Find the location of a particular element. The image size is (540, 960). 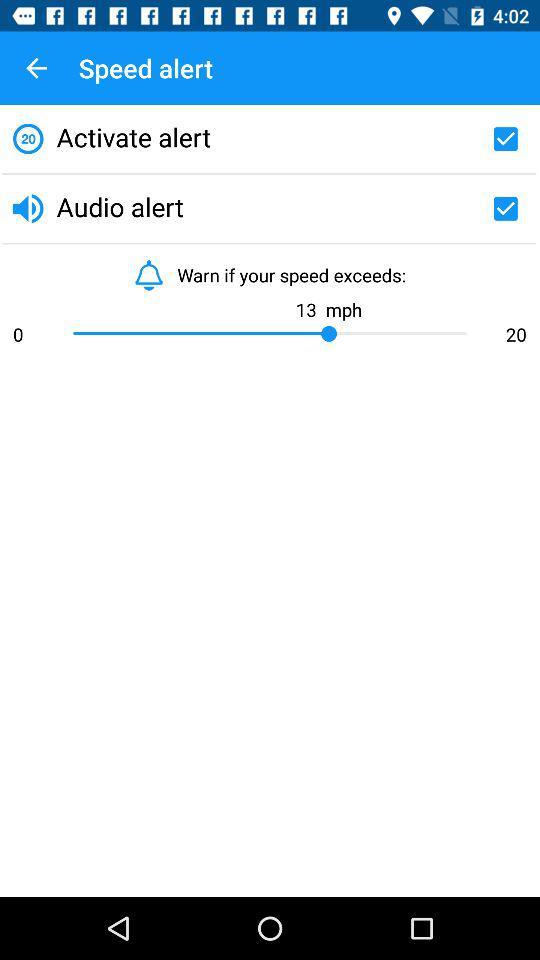

item next to the speed alert icon is located at coordinates (36, 68).